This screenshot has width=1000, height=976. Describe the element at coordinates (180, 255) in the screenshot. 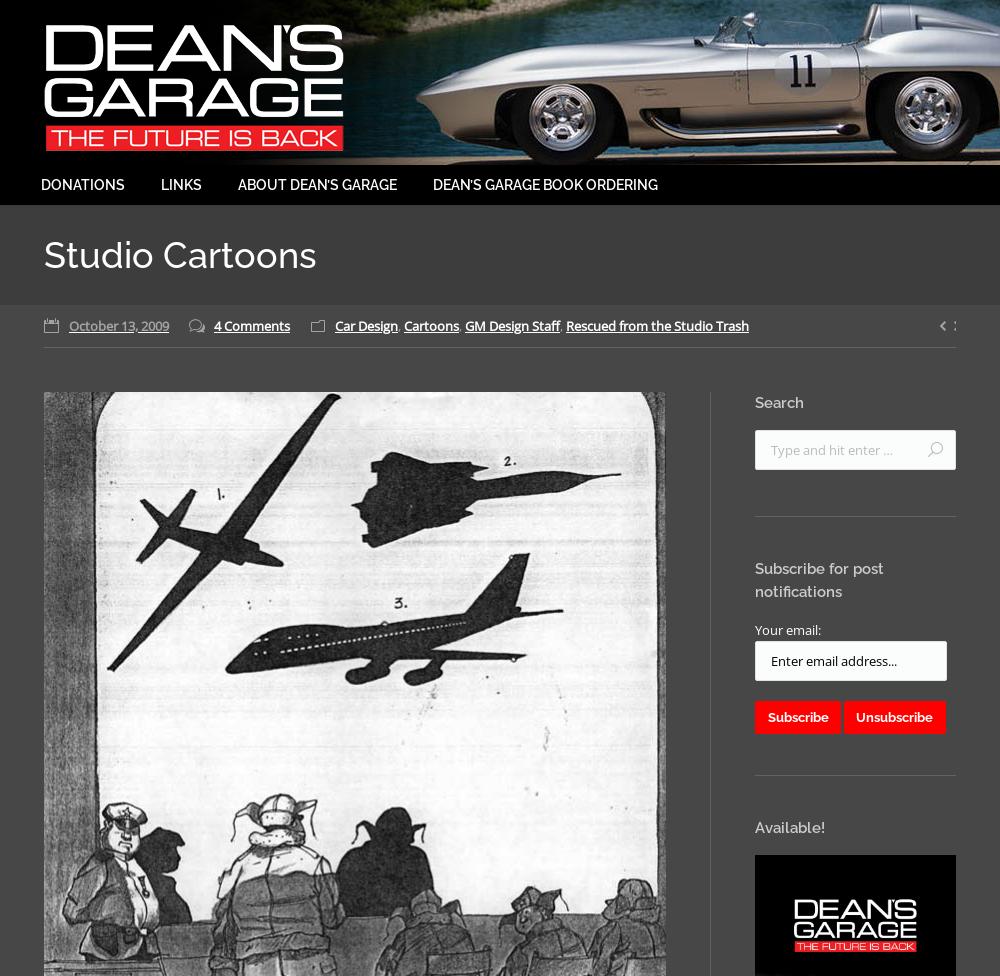

I see `'Studio Cartoons'` at that location.